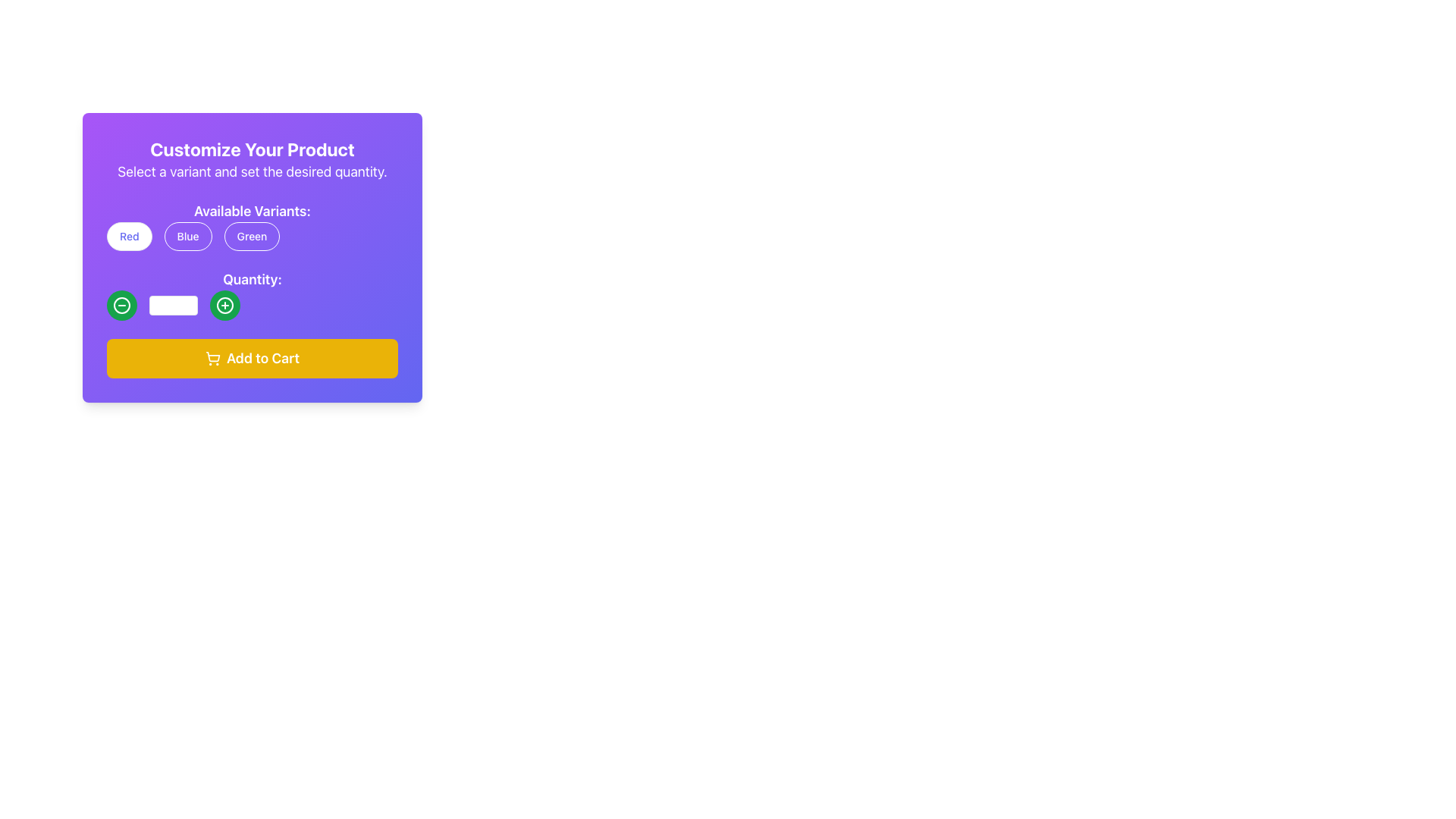 Image resolution: width=1456 pixels, height=819 pixels. Describe the element at coordinates (224, 305) in the screenshot. I see `the SVG-based circular icon button with a green background and a white cross symbol` at that location.